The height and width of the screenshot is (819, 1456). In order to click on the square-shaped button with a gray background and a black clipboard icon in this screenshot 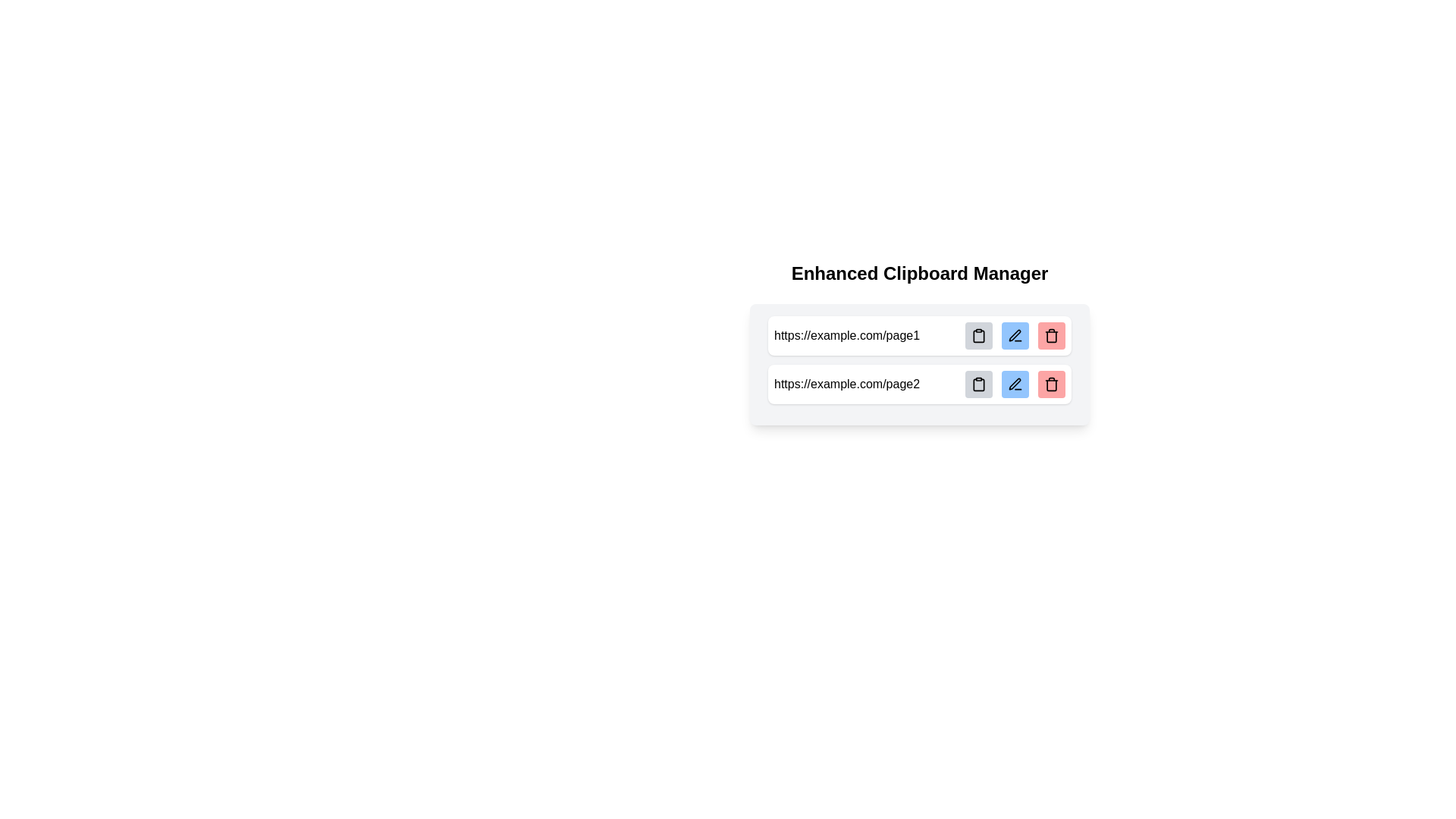, I will do `click(979, 383)`.